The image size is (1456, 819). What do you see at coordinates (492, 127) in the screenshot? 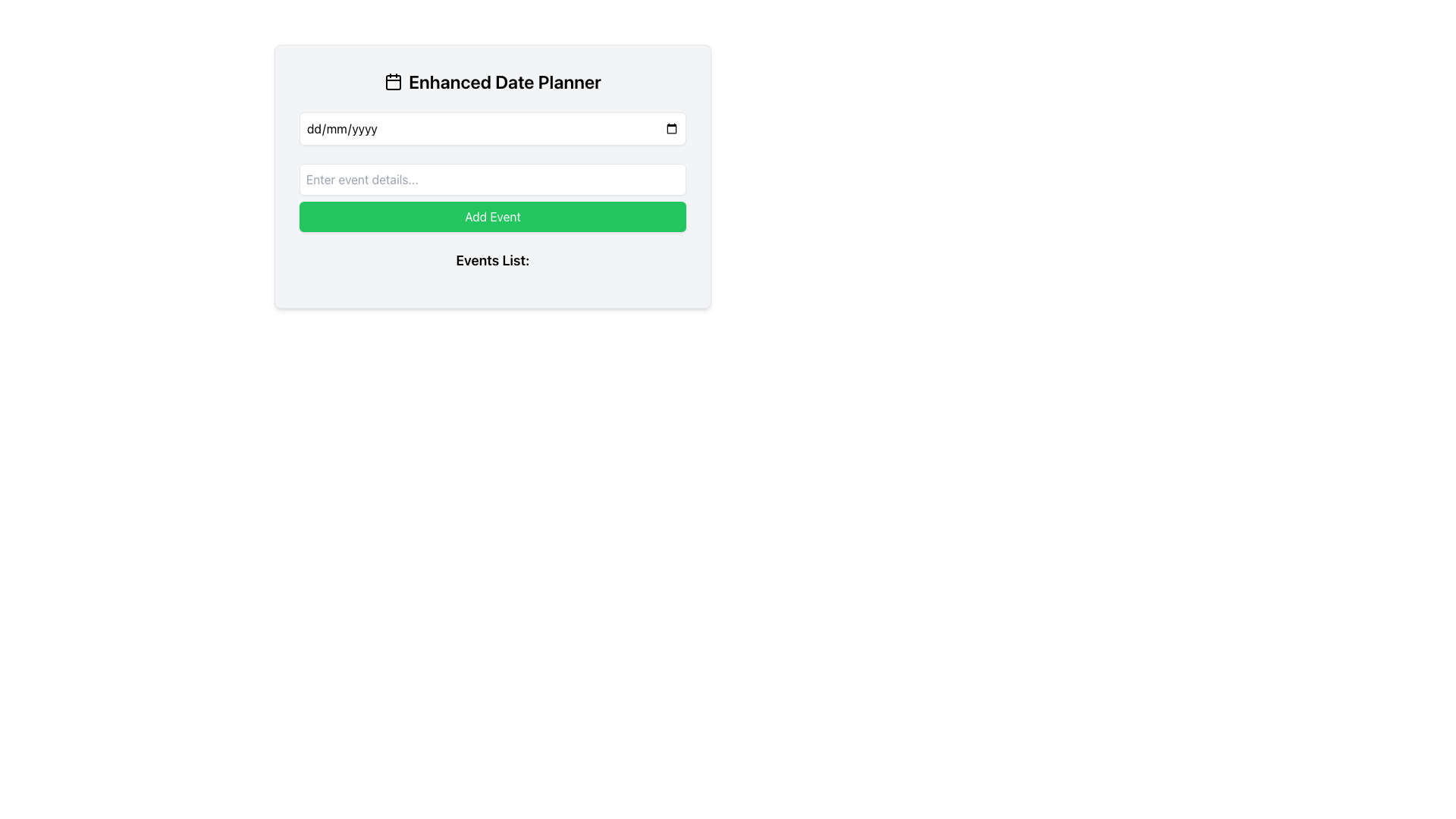
I see `the Date input field located in the 'Enhanced Date Planner' section to trigger potential tooltip or visual feedback` at bounding box center [492, 127].